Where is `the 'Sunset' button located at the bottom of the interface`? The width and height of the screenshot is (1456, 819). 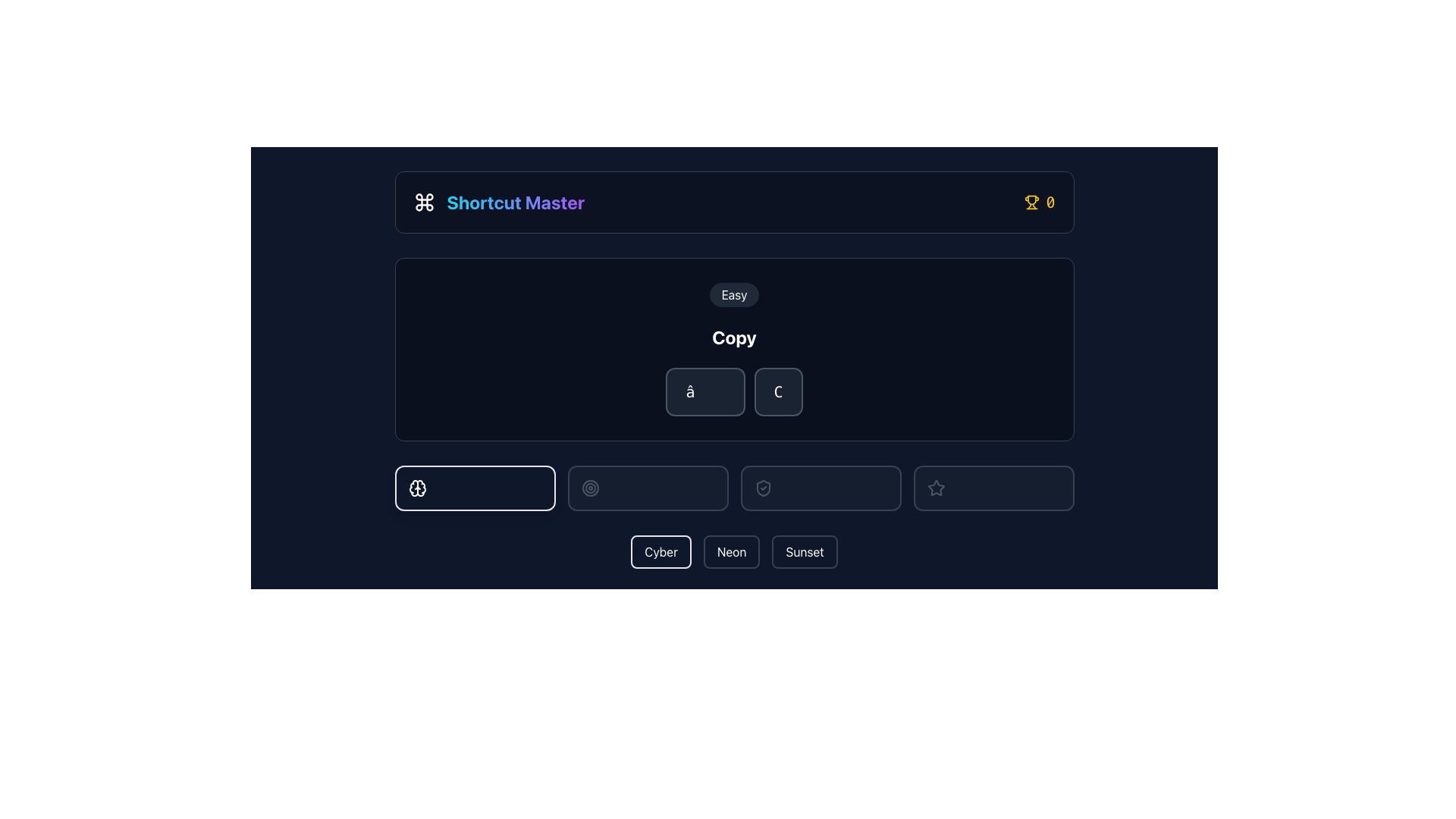 the 'Sunset' button located at the bottom of the interface is located at coordinates (804, 552).